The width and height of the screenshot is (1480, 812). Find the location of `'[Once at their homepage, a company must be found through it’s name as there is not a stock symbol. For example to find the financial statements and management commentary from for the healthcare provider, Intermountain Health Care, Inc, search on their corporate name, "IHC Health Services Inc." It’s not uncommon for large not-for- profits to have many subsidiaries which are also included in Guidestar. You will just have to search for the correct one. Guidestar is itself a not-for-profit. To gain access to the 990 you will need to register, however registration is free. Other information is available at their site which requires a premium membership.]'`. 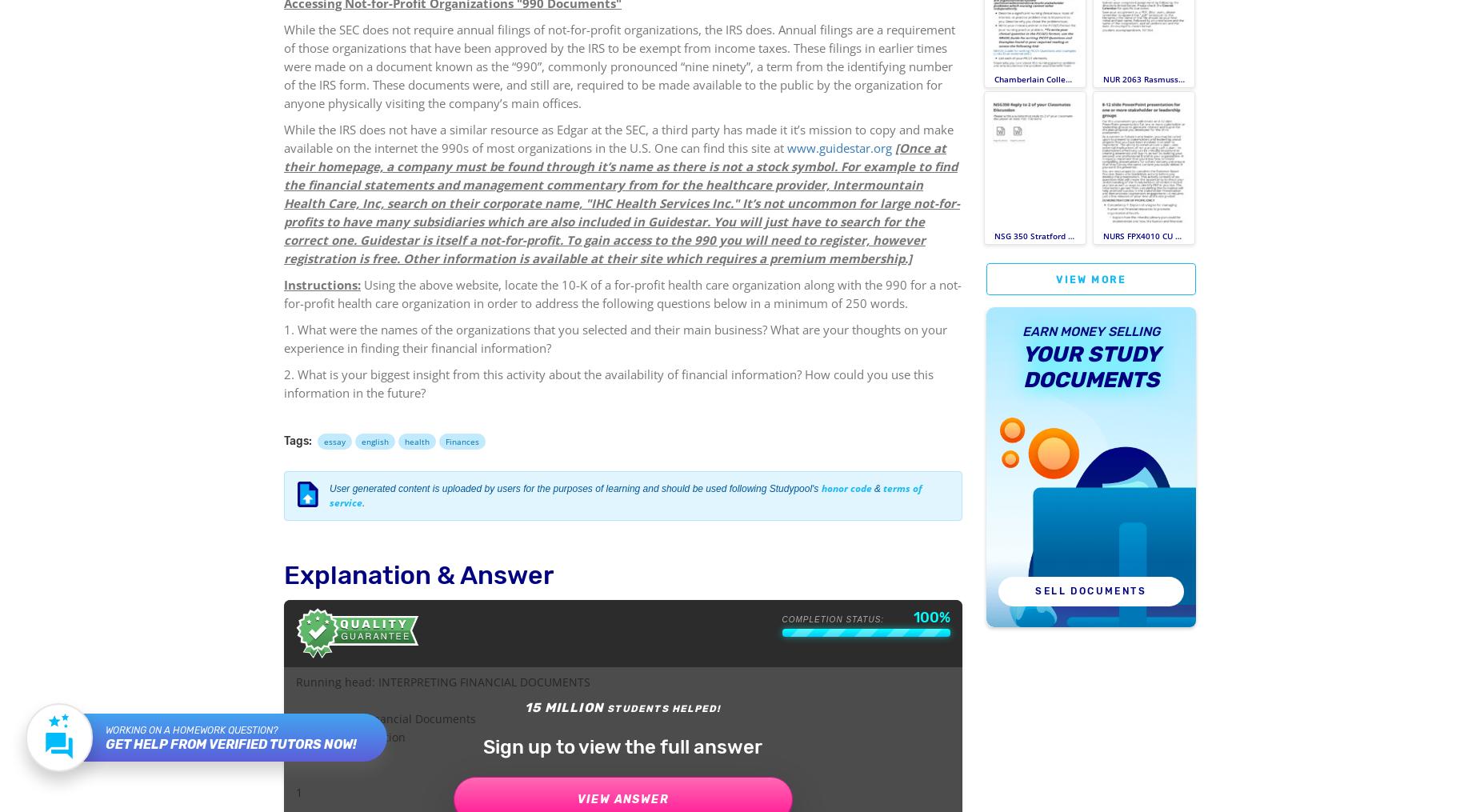

'[Once at their homepage, a company must be found through it’s name as there is not a stock symbol. For example to find the financial statements and management commentary from for the healthcare provider, Intermountain Health Care, Inc, search on their corporate name, "IHC Health Services Inc." It’s not uncommon for large not-for- profits to have many subsidiaries which are also included in Guidestar. You will just have to search for the correct one. Guidestar is itself a not-for-profit. To gain access to the 990 you will need to register, however registration is free. Other information is available at their site which requires a premium membership.]' is located at coordinates (622, 202).